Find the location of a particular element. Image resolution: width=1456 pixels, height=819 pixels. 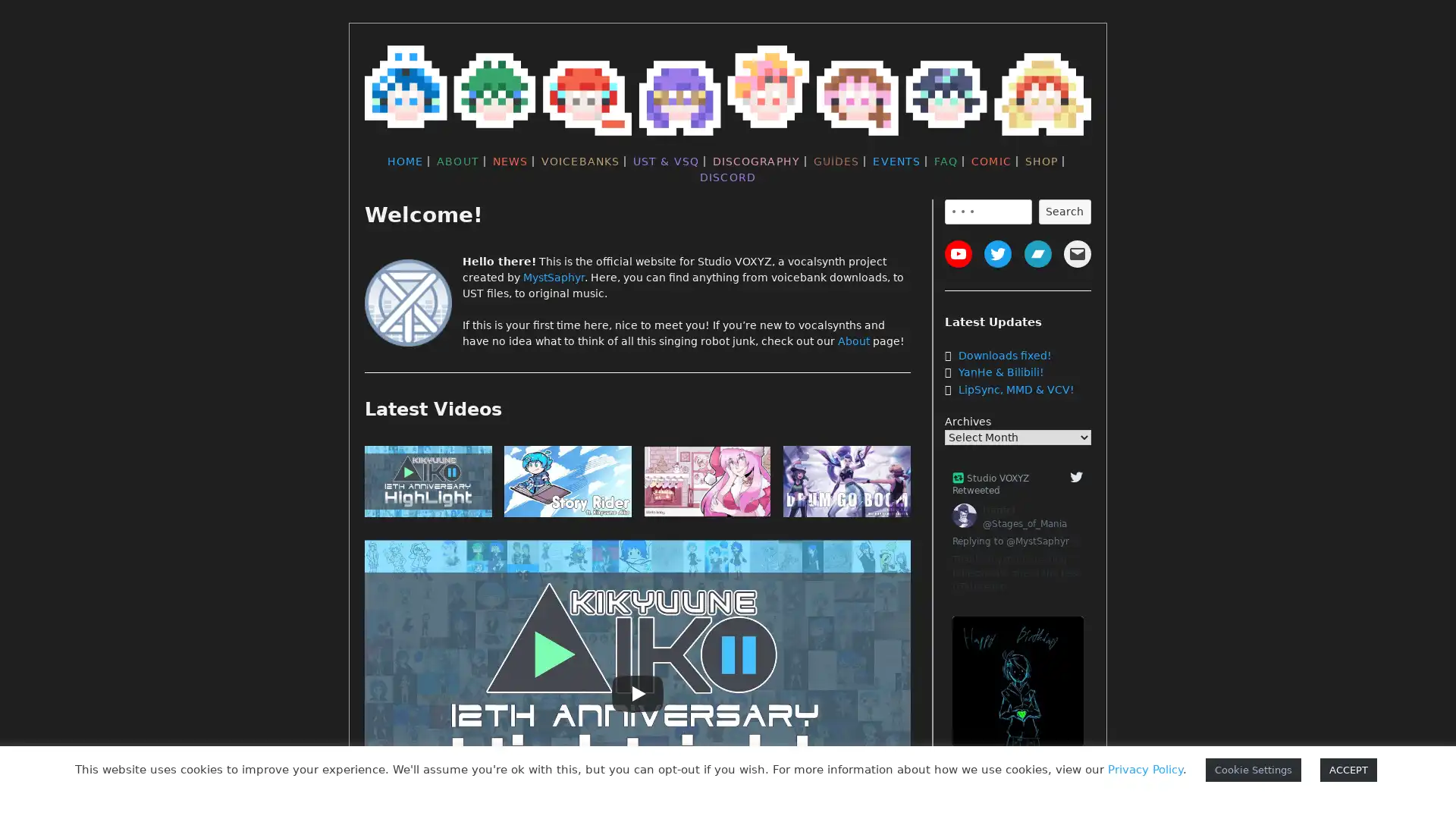

Search is located at coordinates (1063, 211).